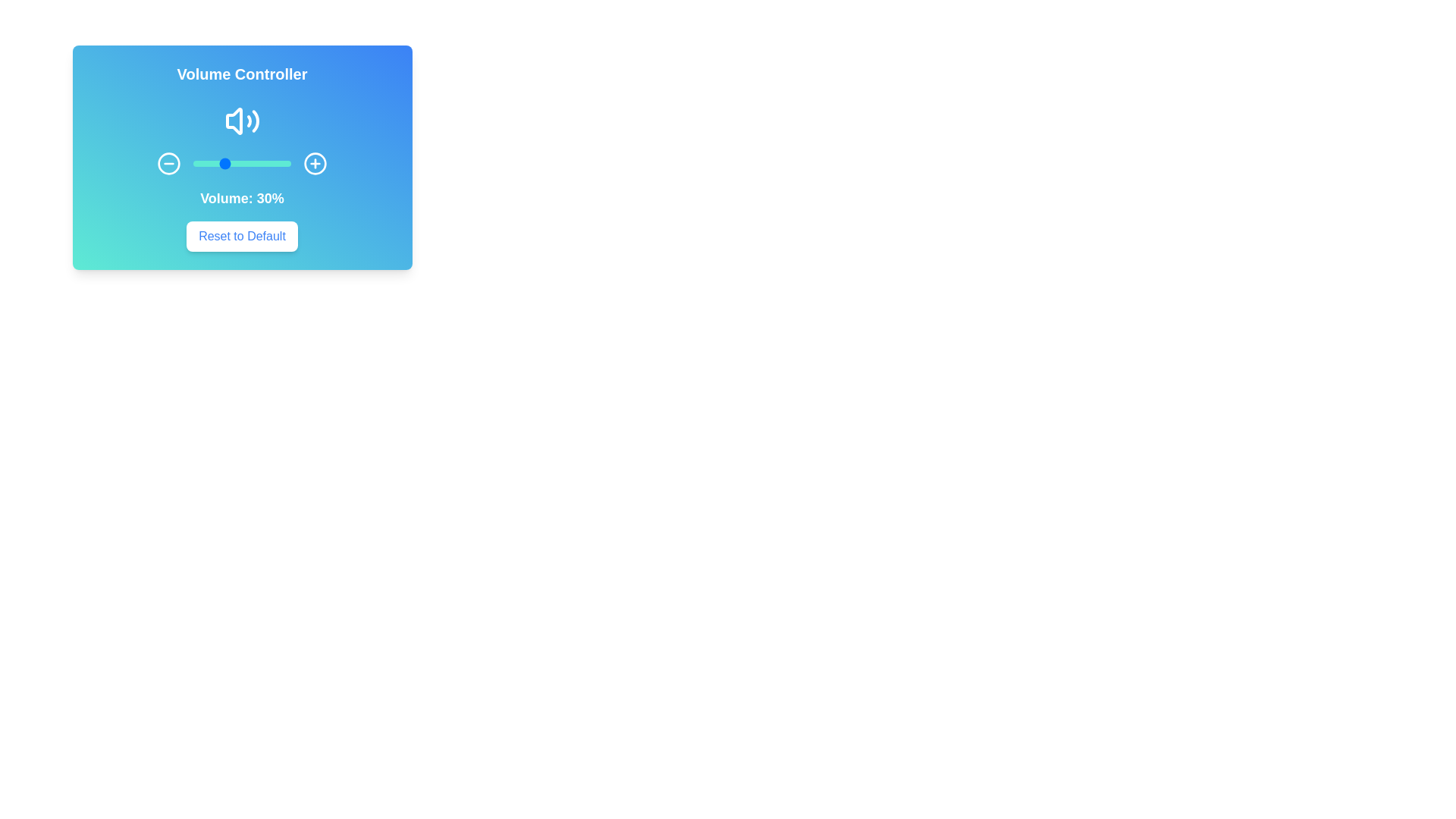 This screenshot has height=819, width=1456. I want to click on the volume slider to 5%, so click(197, 164).